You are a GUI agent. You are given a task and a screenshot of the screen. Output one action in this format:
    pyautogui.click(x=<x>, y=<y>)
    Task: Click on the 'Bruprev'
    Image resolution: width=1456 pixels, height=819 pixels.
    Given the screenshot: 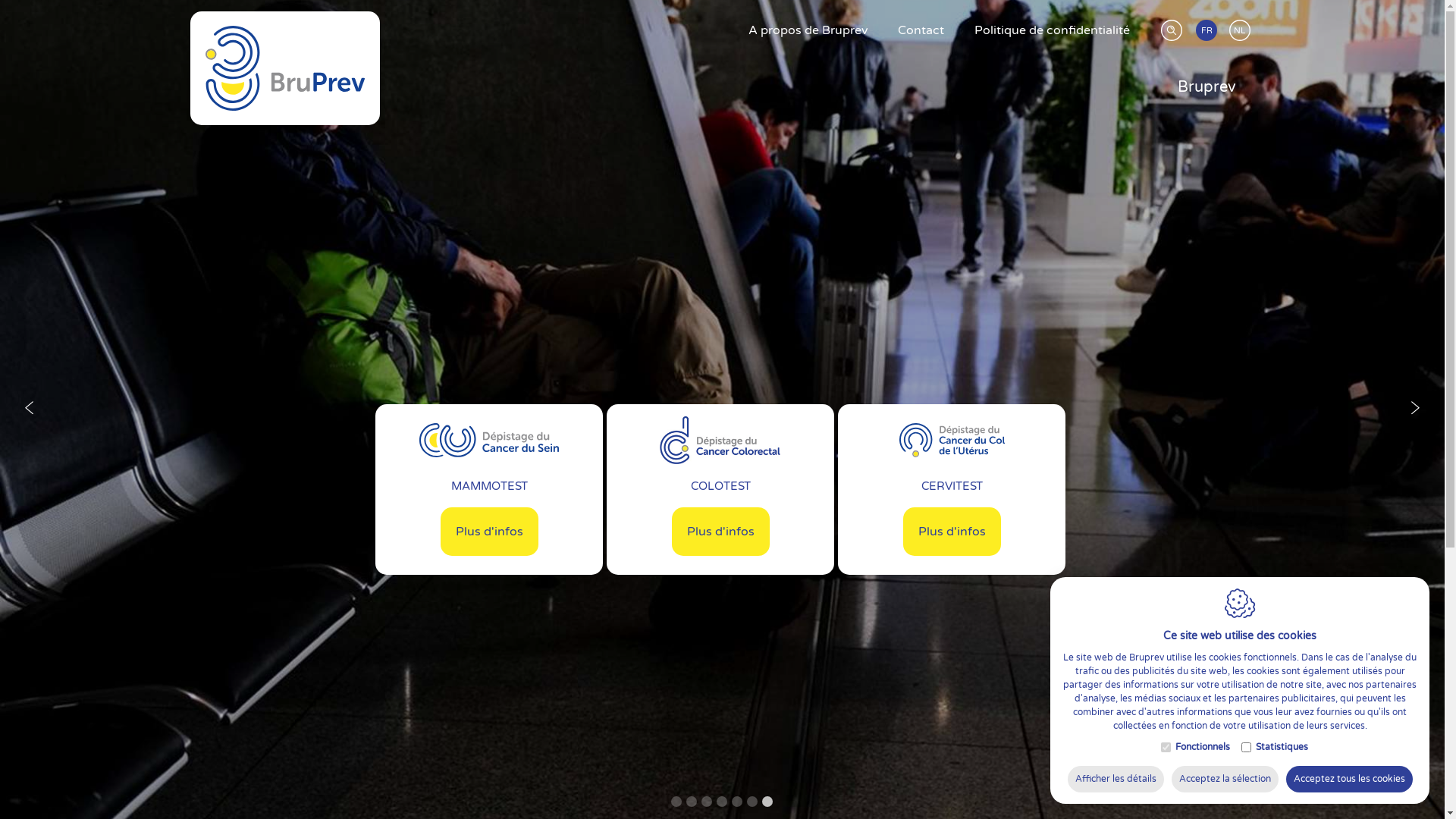 What is the action you would take?
    pyautogui.click(x=1205, y=87)
    